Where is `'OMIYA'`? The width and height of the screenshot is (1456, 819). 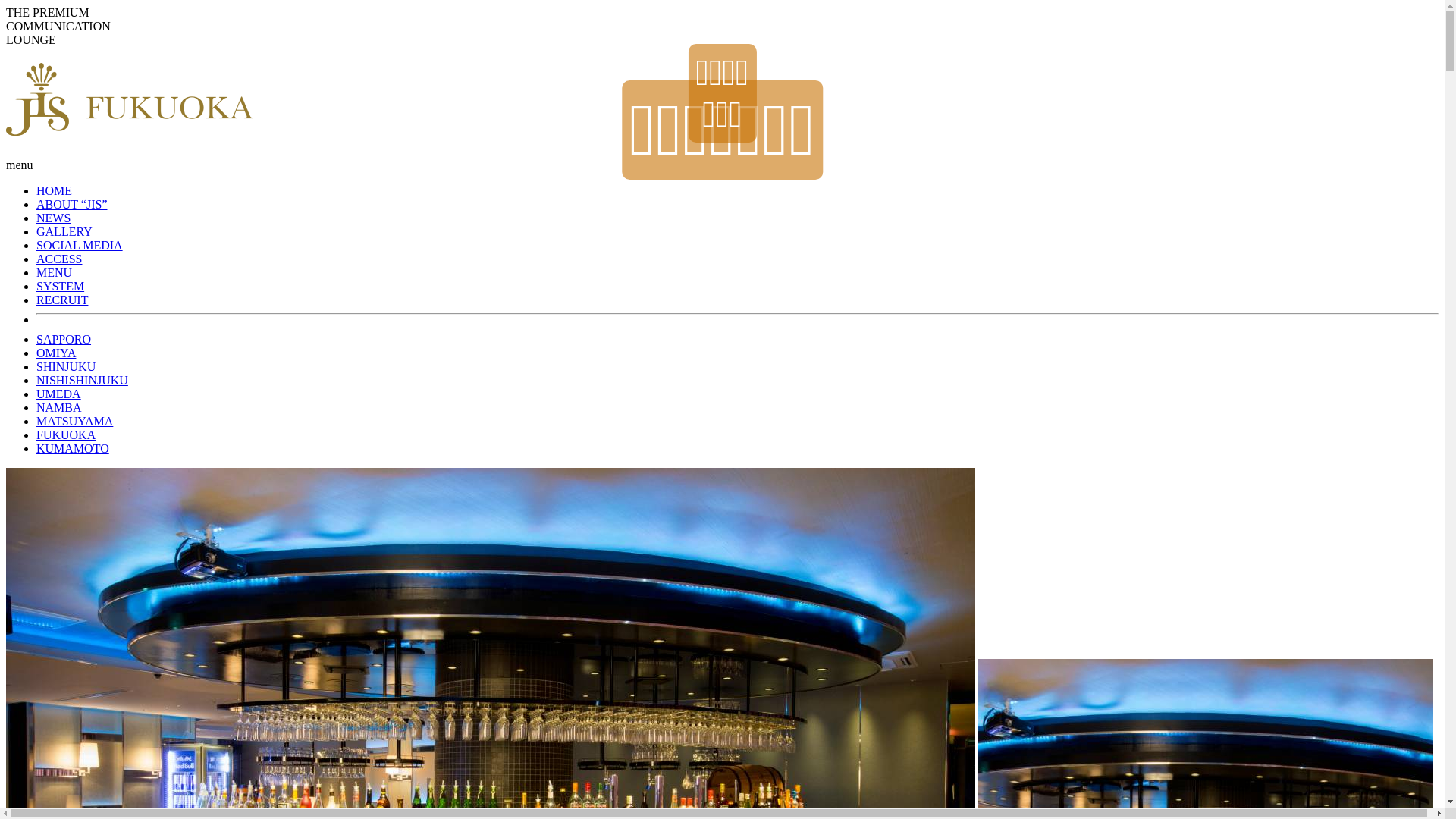 'OMIYA' is located at coordinates (55, 353).